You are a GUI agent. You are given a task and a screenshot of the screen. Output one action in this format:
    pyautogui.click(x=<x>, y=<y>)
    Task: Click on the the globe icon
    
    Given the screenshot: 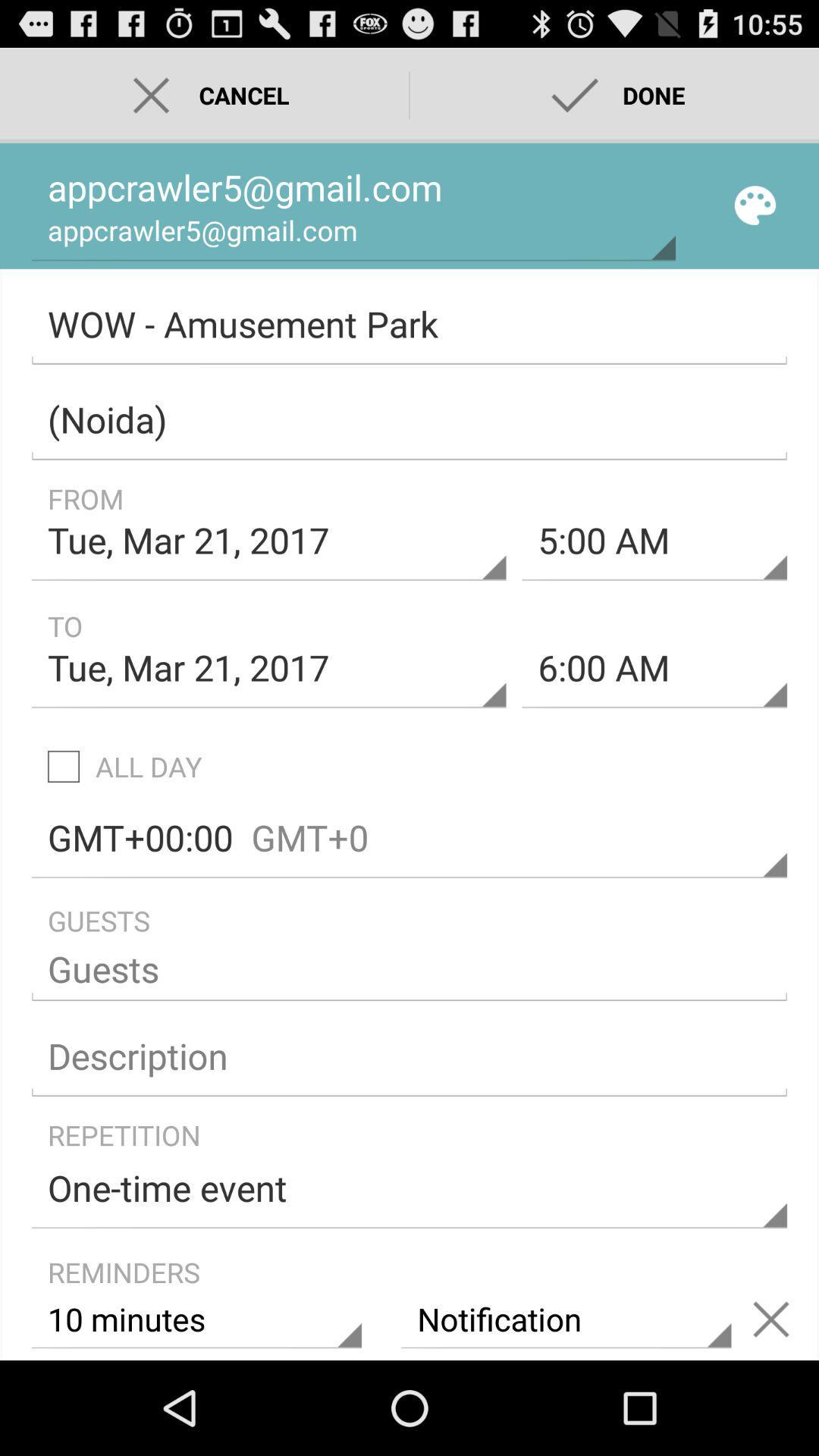 What is the action you would take?
    pyautogui.click(x=755, y=219)
    